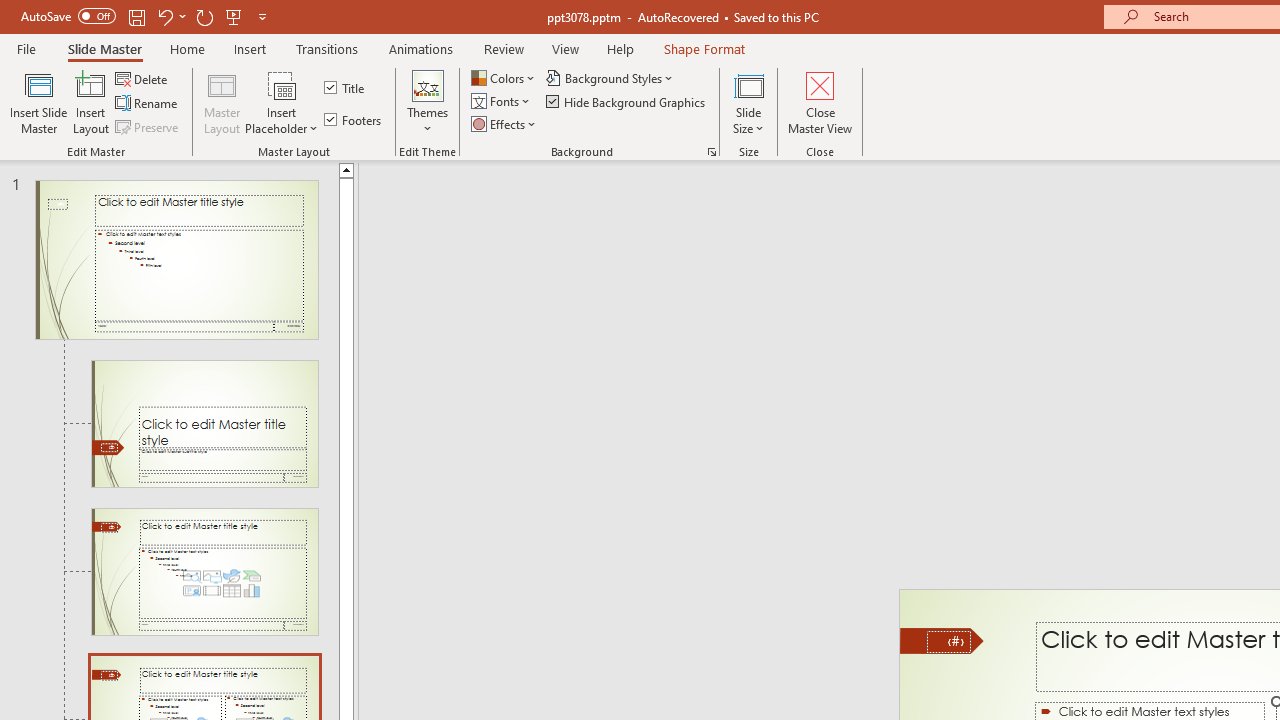  What do you see at coordinates (354, 119) in the screenshot?
I see `'Footers'` at bounding box center [354, 119].